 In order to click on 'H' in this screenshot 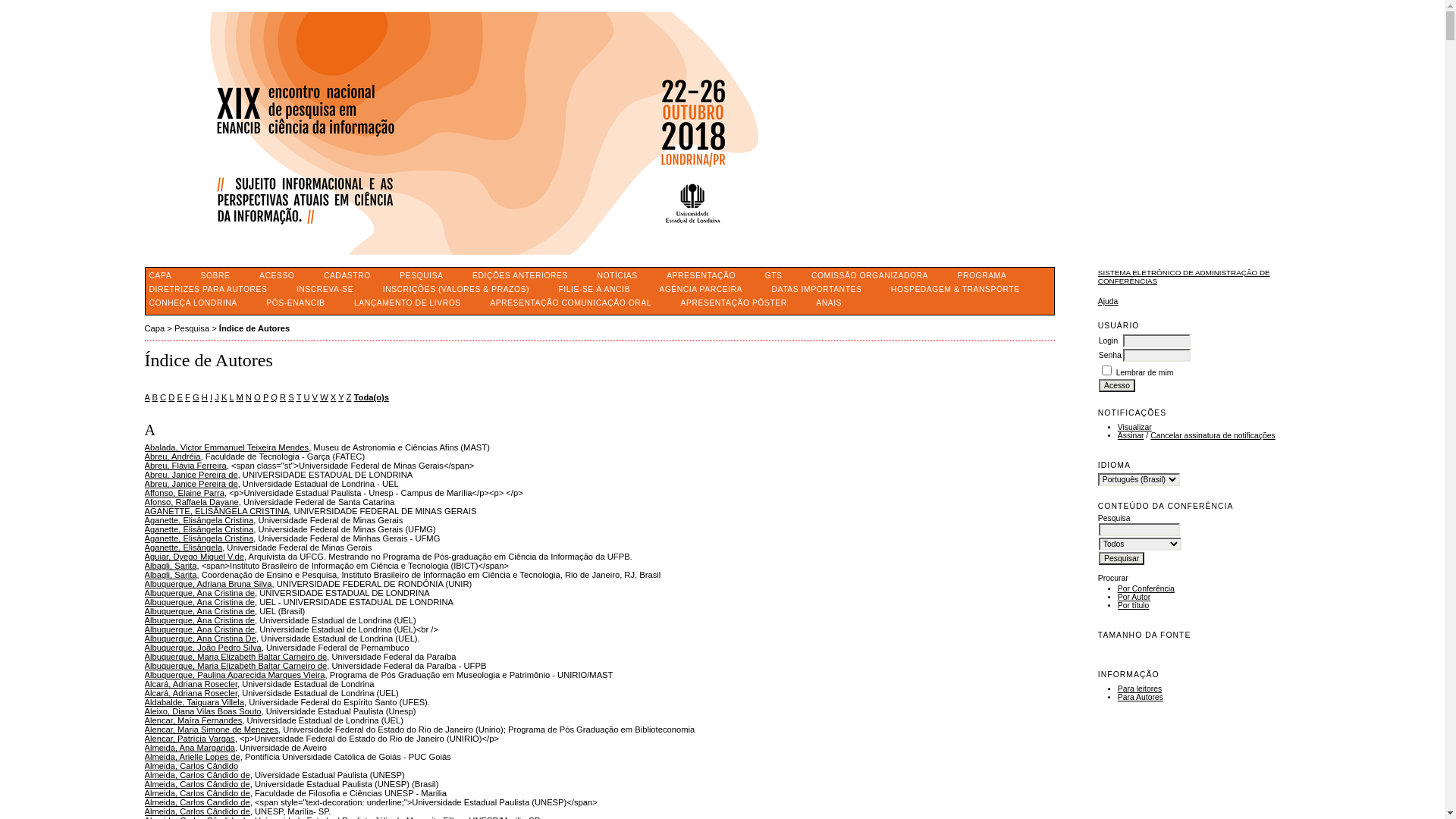, I will do `click(203, 397)`.